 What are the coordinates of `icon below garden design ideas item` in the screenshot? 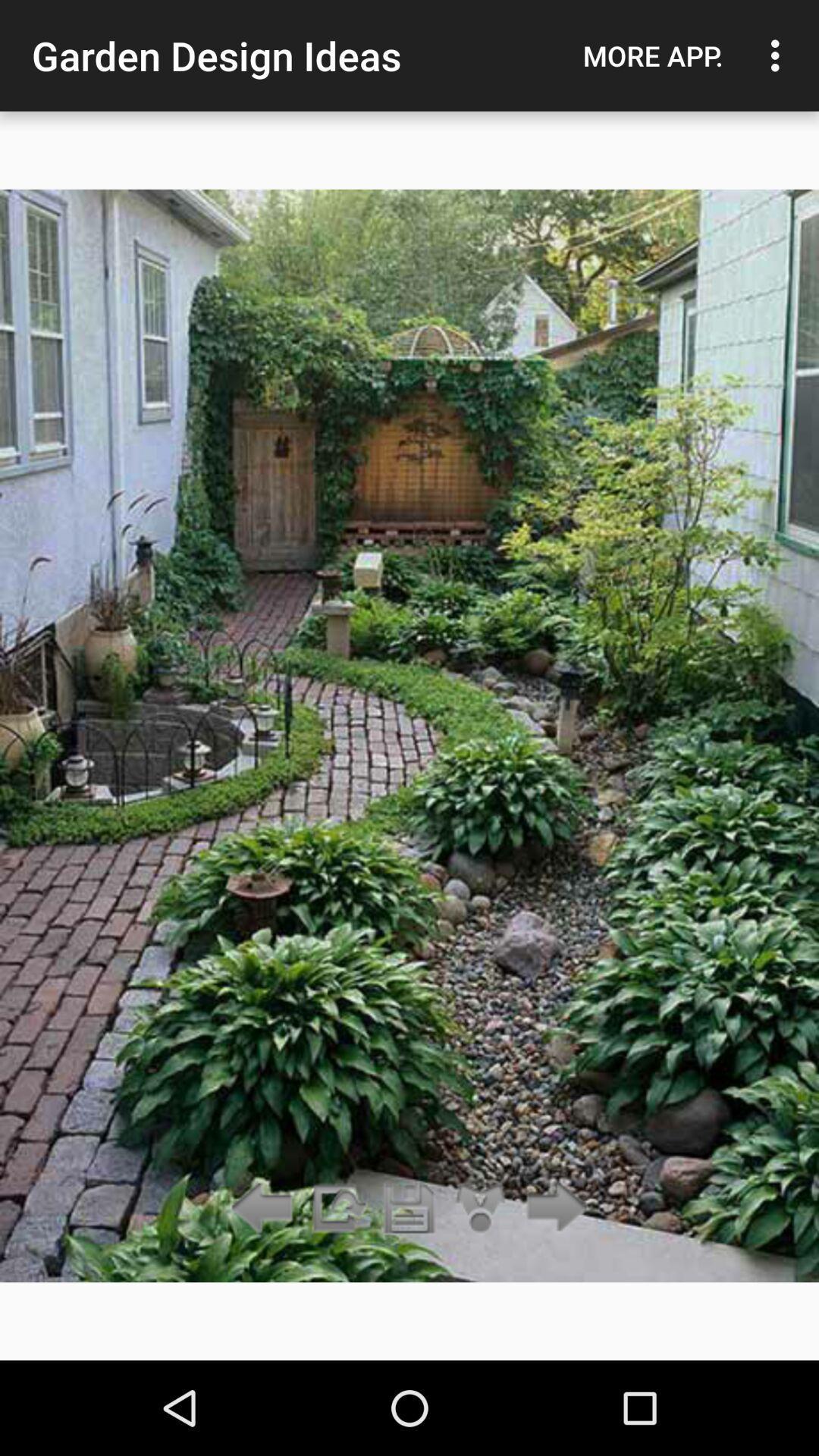 It's located at (409, 1208).